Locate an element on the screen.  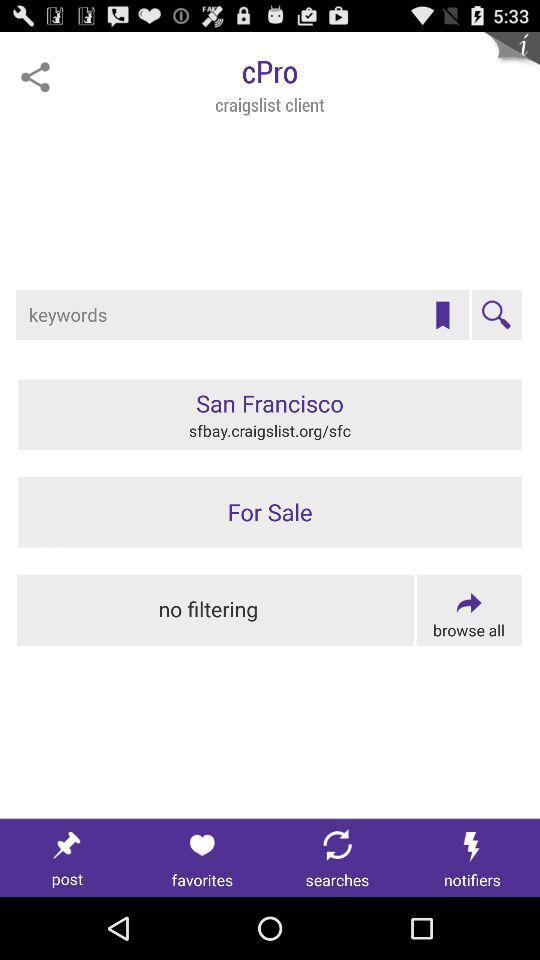
browse all is located at coordinates (469, 609).